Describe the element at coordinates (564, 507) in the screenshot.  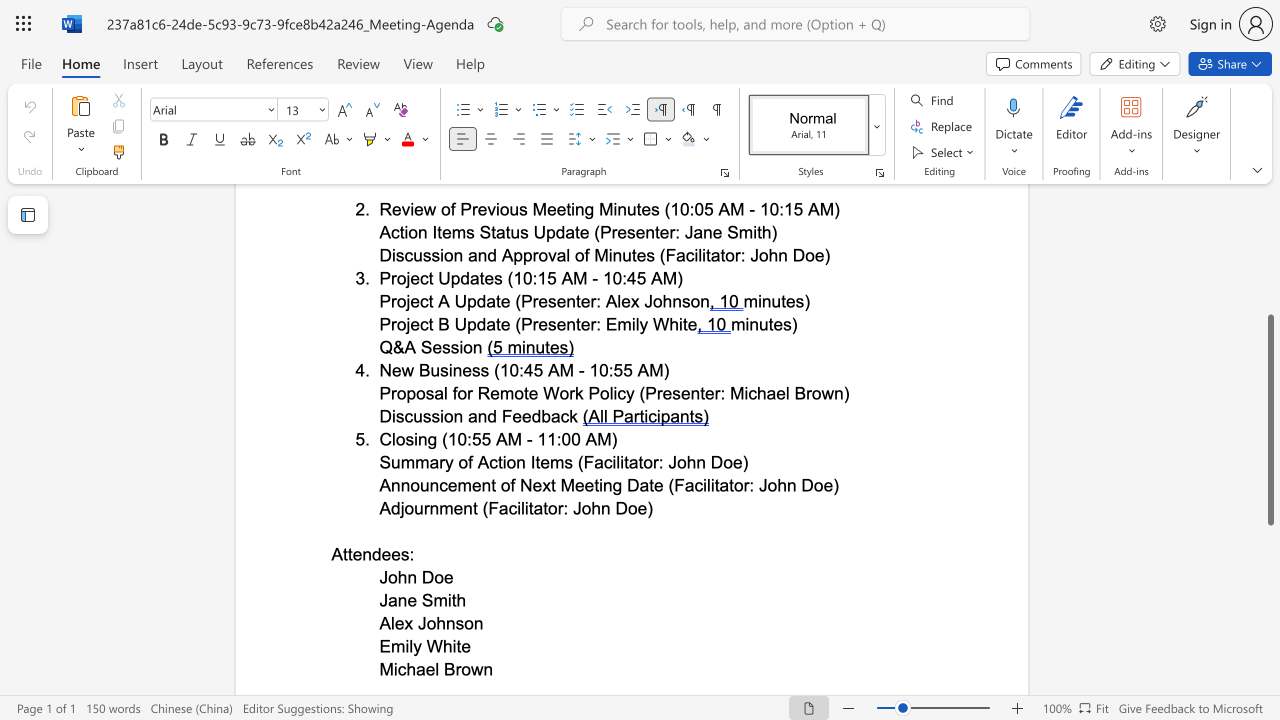
I see `the 1th character ":" in the text` at that location.